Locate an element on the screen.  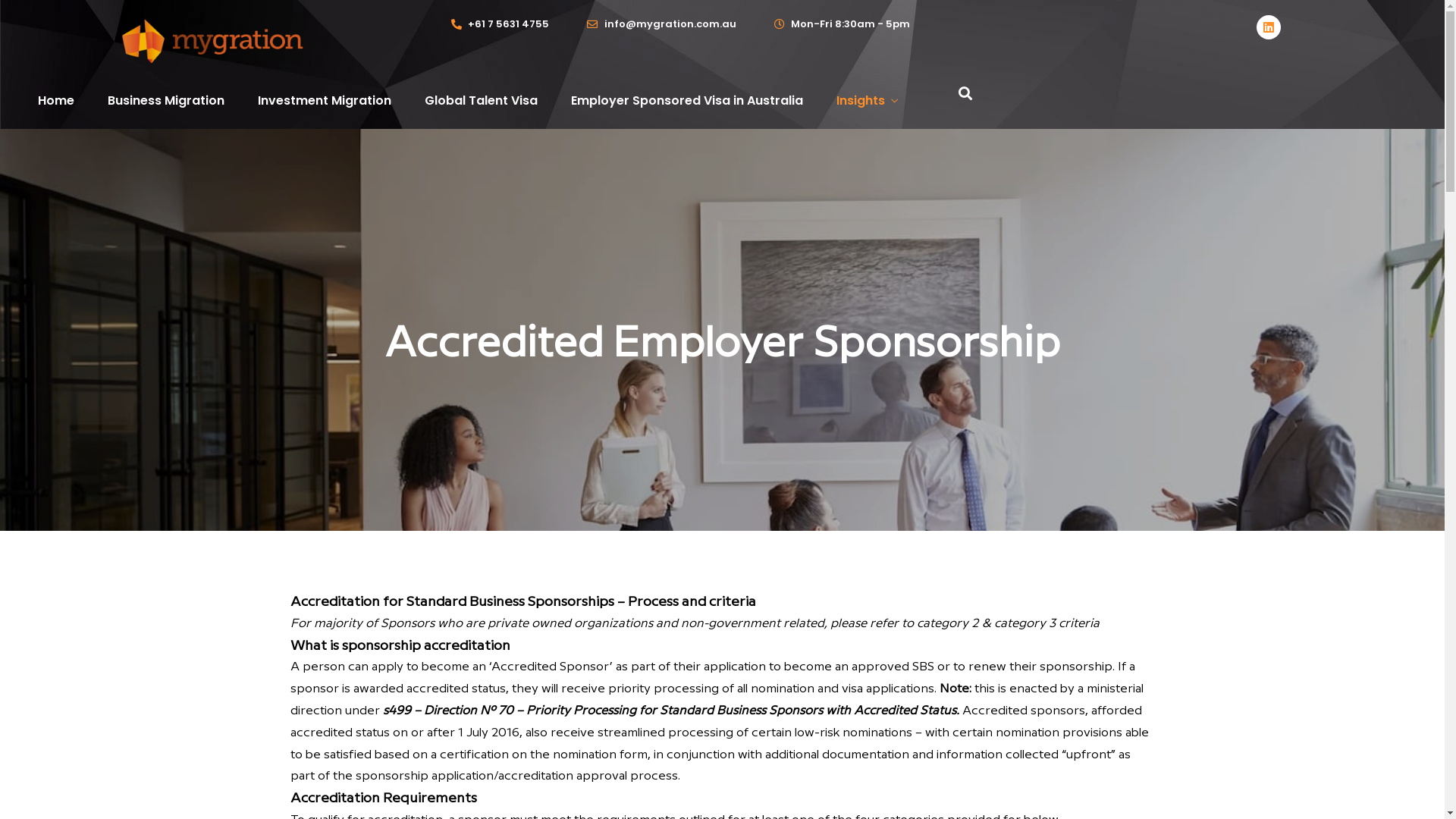
'Investment Migration' is located at coordinates (258, 101).